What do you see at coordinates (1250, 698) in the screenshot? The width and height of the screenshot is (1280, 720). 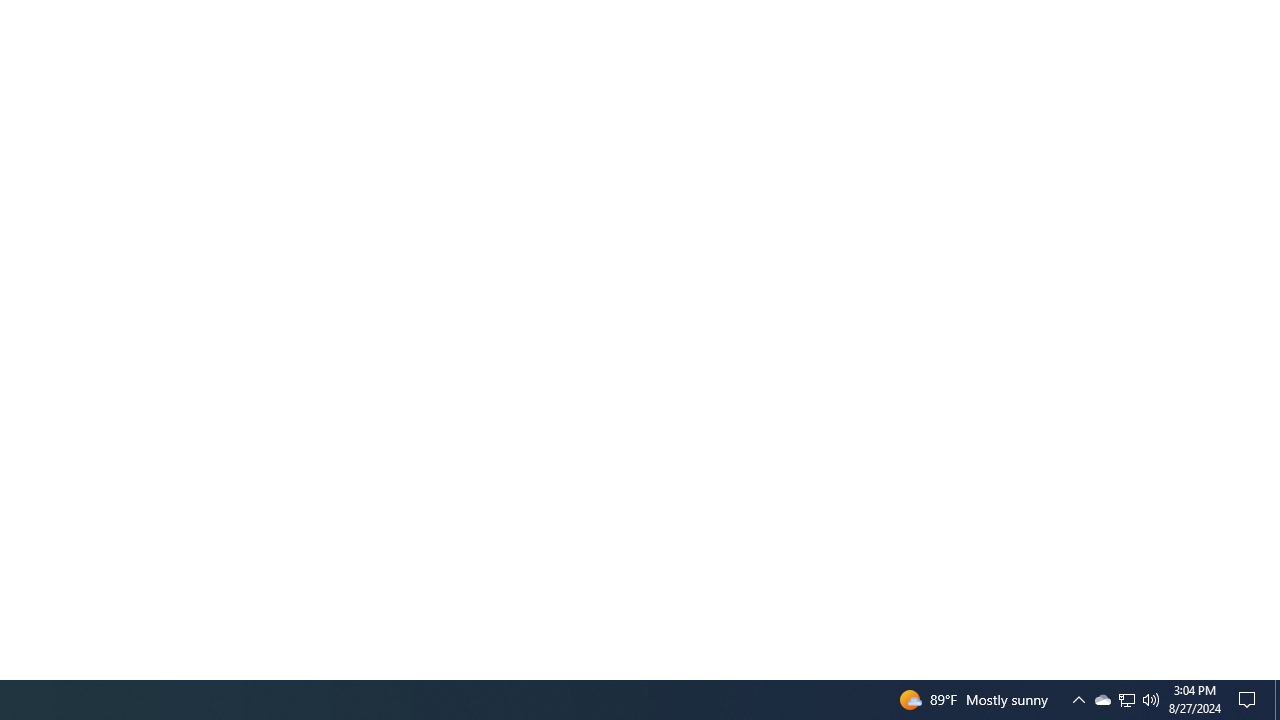 I see `'Action Center, No new notifications'` at bounding box center [1250, 698].